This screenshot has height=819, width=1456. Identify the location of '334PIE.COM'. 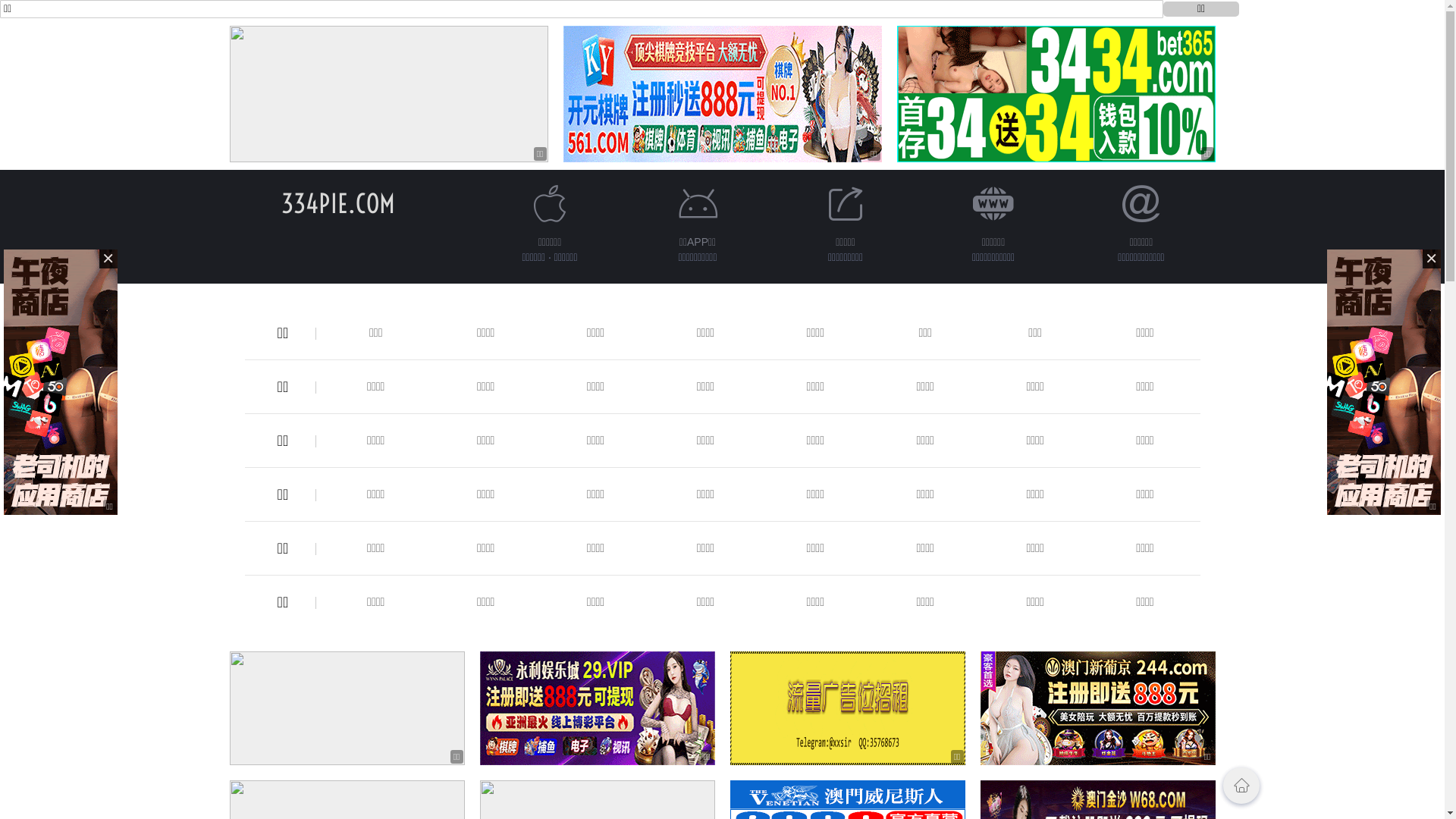
(337, 202).